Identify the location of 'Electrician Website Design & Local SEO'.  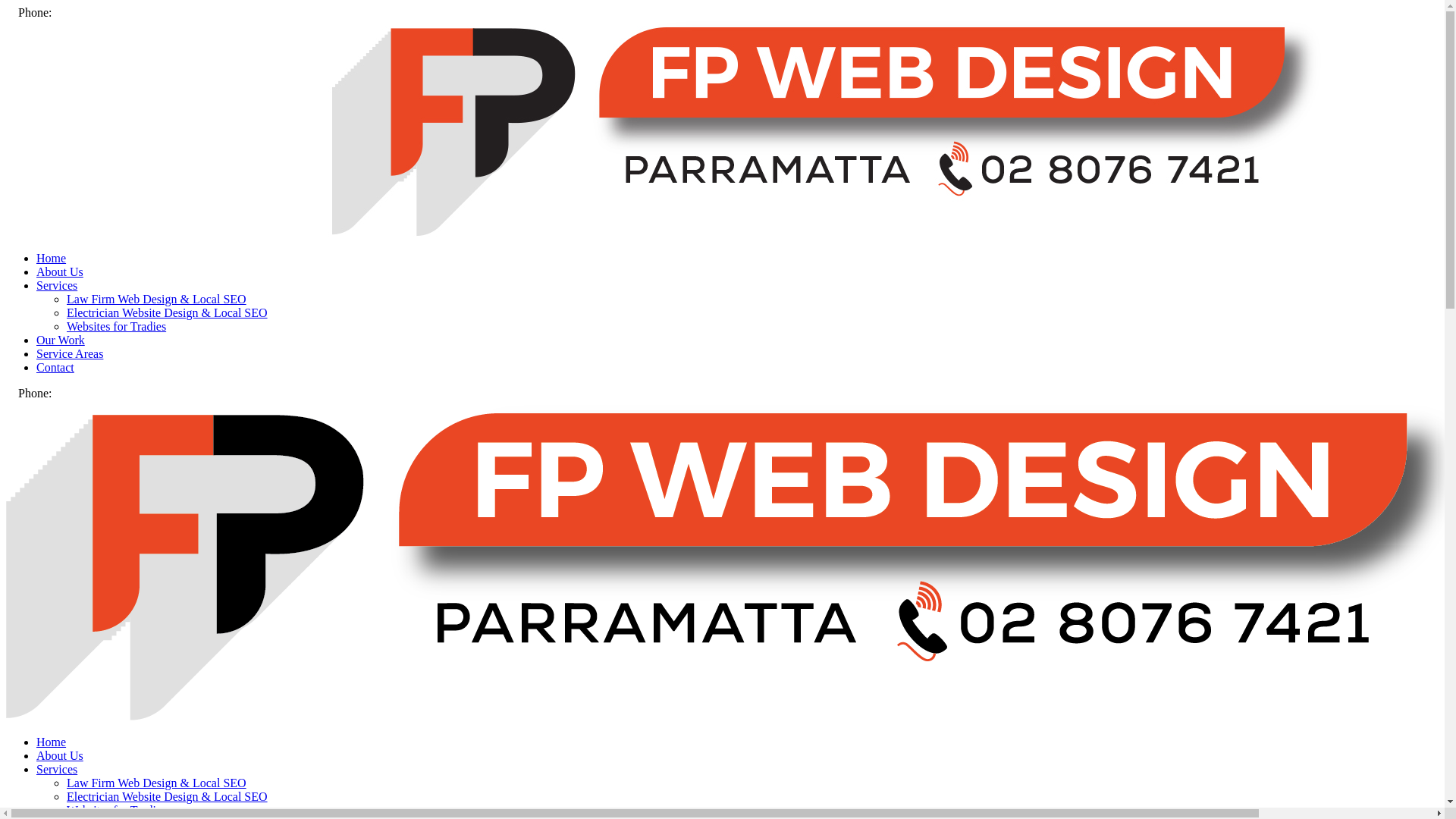
(167, 795).